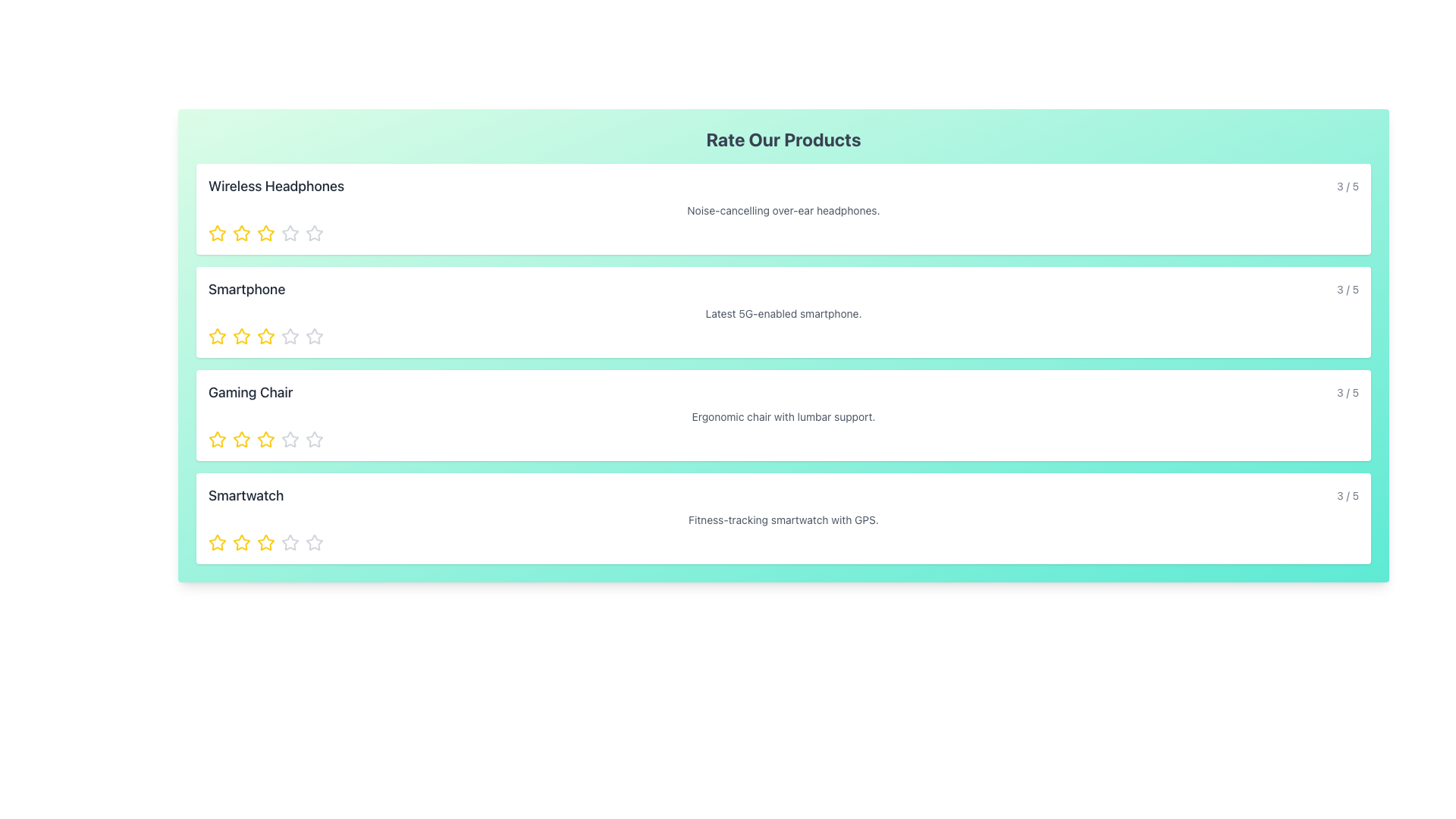  Describe the element at coordinates (217, 234) in the screenshot. I see `the first star in the rating system under the product name 'Wireless Headphones' to change the rating` at that location.